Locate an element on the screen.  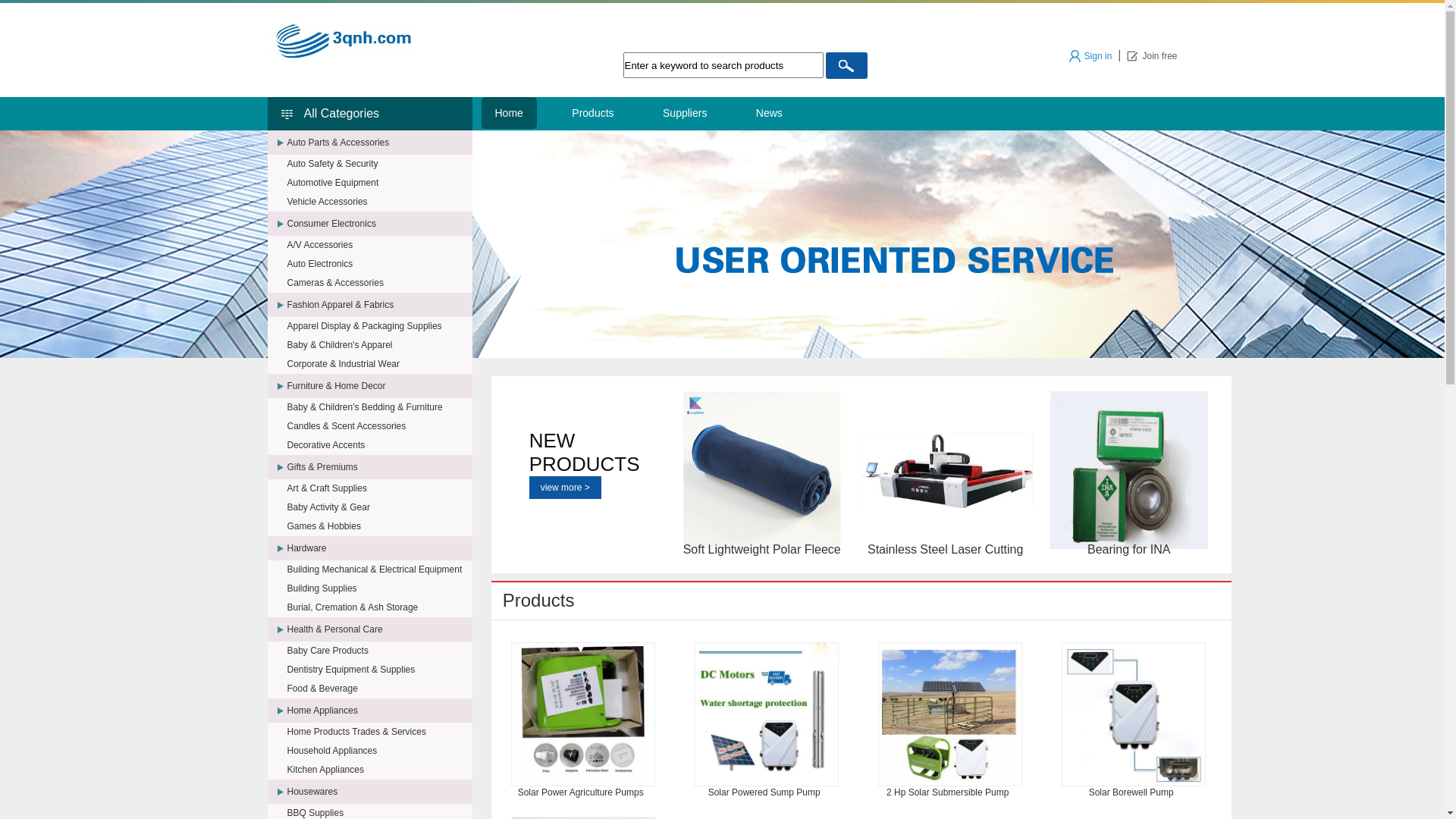
'Candles & Scent Accessories' is located at coordinates (287, 426).